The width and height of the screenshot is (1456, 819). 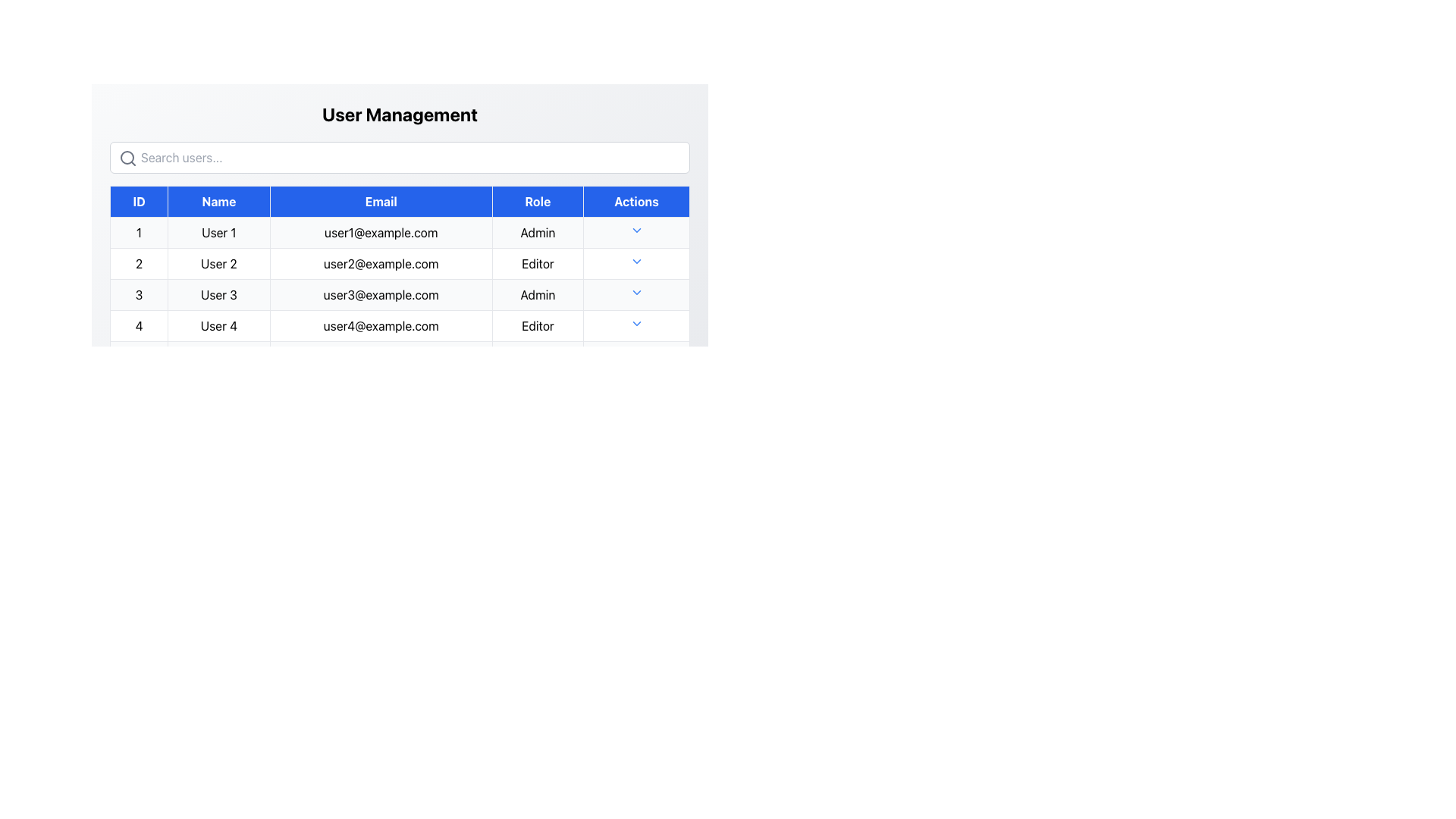 What do you see at coordinates (636, 292) in the screenshot?
I see `the Dropdown trigger button in the third row of the 'Actions' column` at bounding box center [636, 292].